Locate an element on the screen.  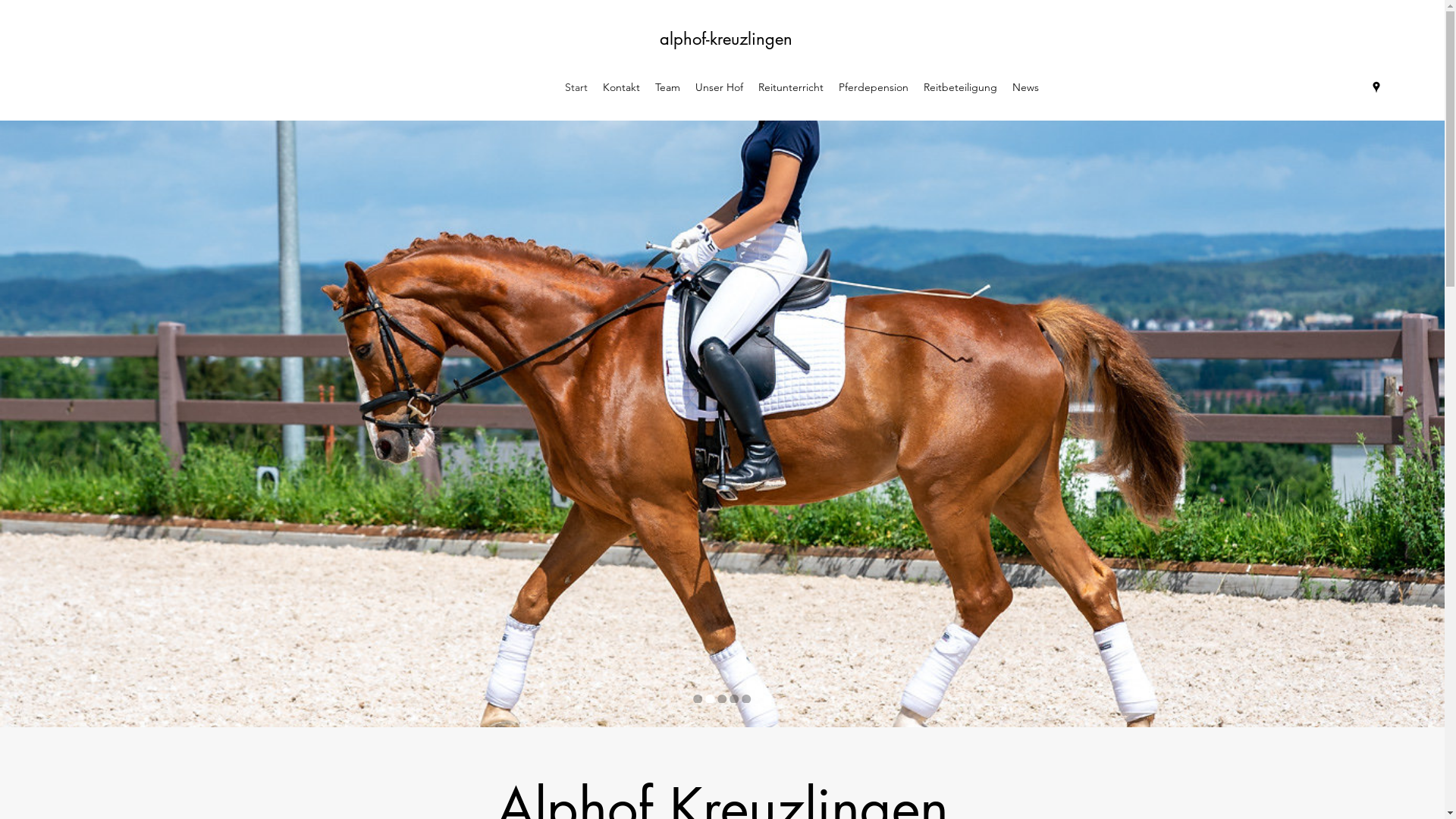
'Pferdepension' is located at coordinates (874, 87).